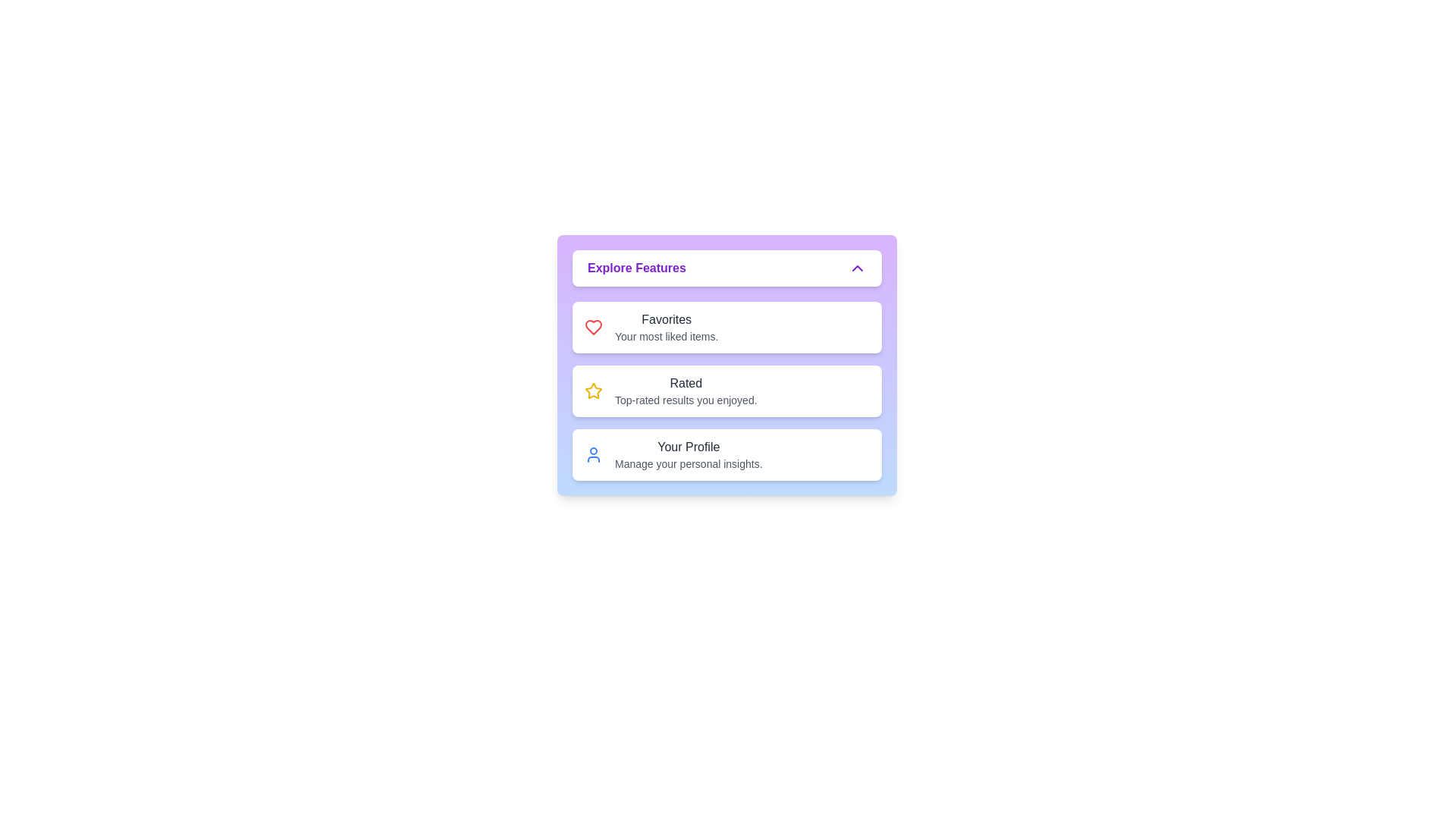 The width and height of the screenshot is (1456, 819). What do you see at coordinates (685, 400) in the screenshot?
I see `the supplementary description text label located below the 'Rated' heading, which provides additional context for the 'Rated' category` at bounding box center [685, 400].